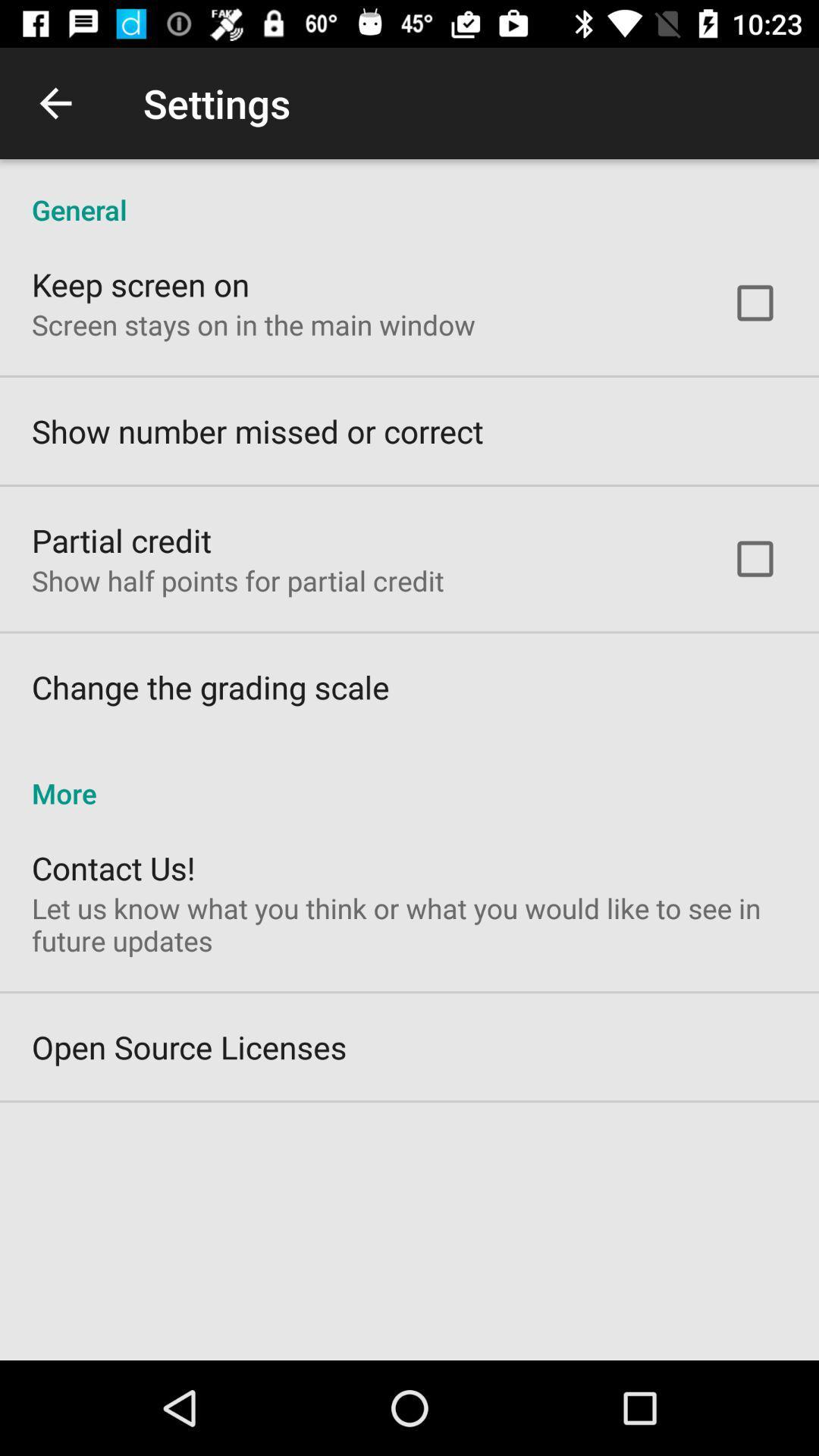 This screenshot has height=1456, width=819. Describe the element at coordinates (112, 868) in the screenshot. I see `the icon above let us know icon` at that location.